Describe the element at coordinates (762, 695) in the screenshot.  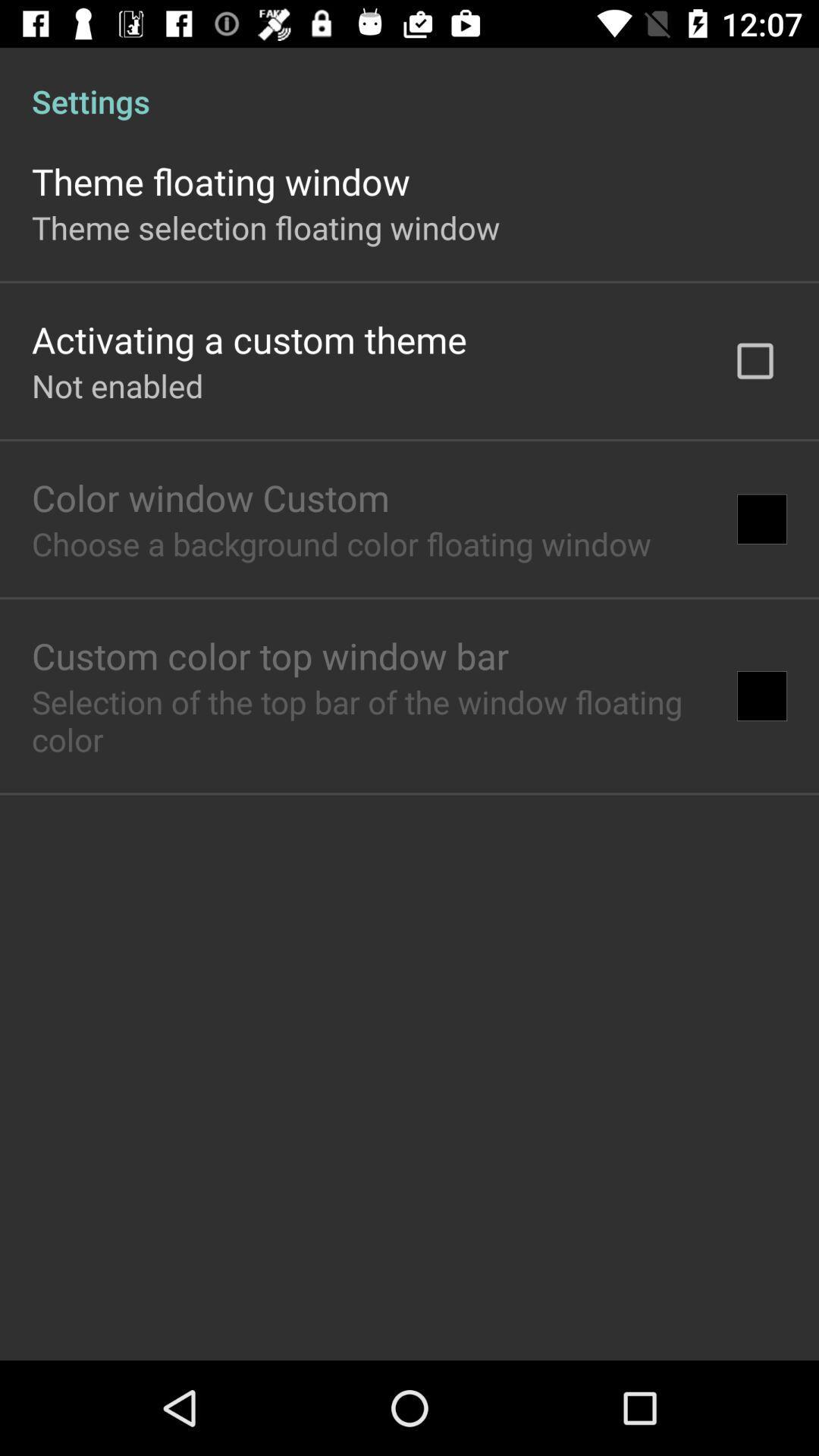
I see `the icon to the right of selection of the icon` at that location.